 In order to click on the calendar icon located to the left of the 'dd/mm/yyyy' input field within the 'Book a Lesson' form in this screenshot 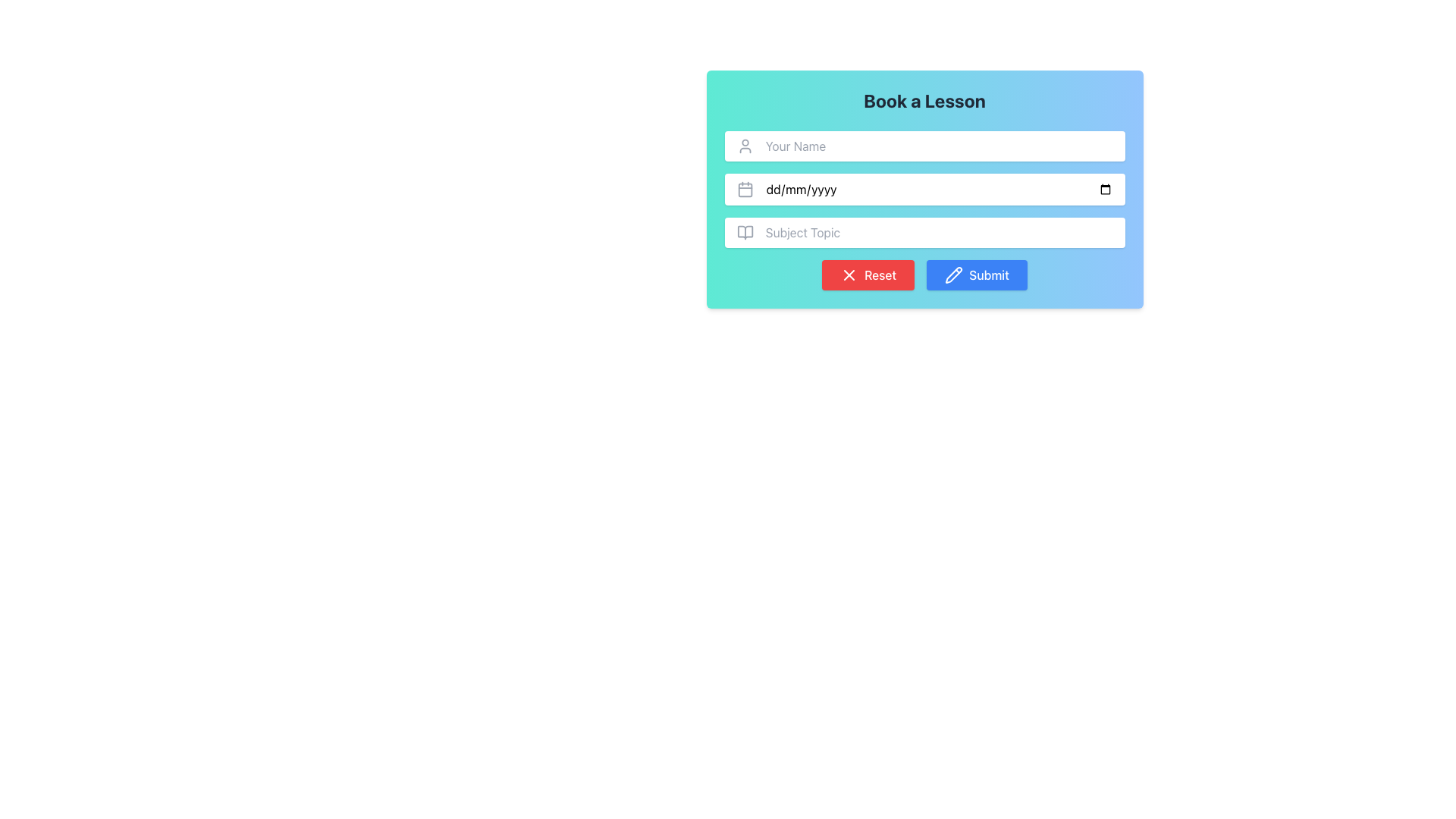, I will do `click(745, 189)`.